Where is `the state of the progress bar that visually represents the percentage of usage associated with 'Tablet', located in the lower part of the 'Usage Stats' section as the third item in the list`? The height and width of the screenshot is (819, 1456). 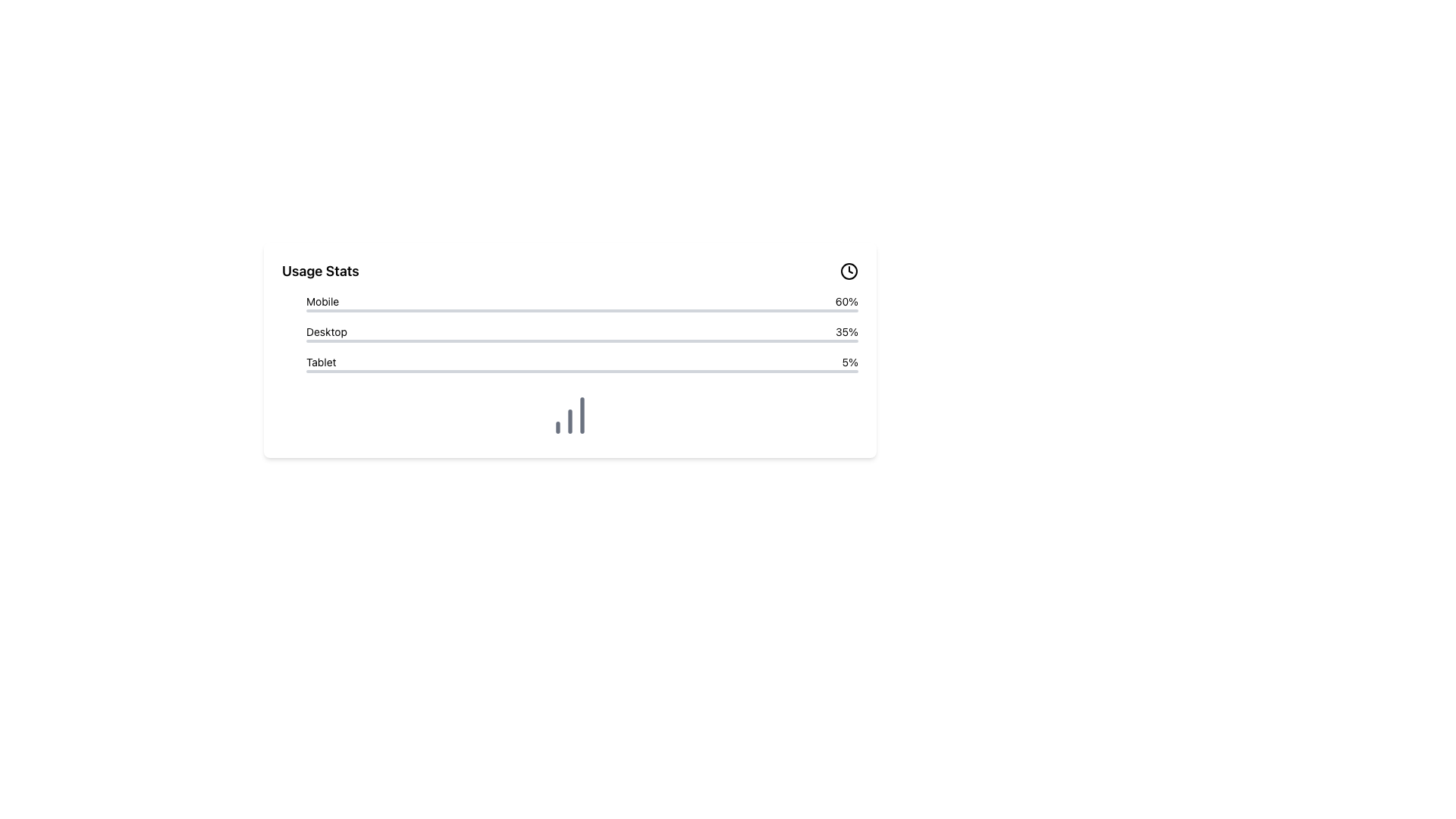
the state of the progress bar that visually represents the percentage of usage associated with 'Tablet', located in the lower part of the 'Usage Stats' section as the third item in the list is located at coordinates (582, 363).